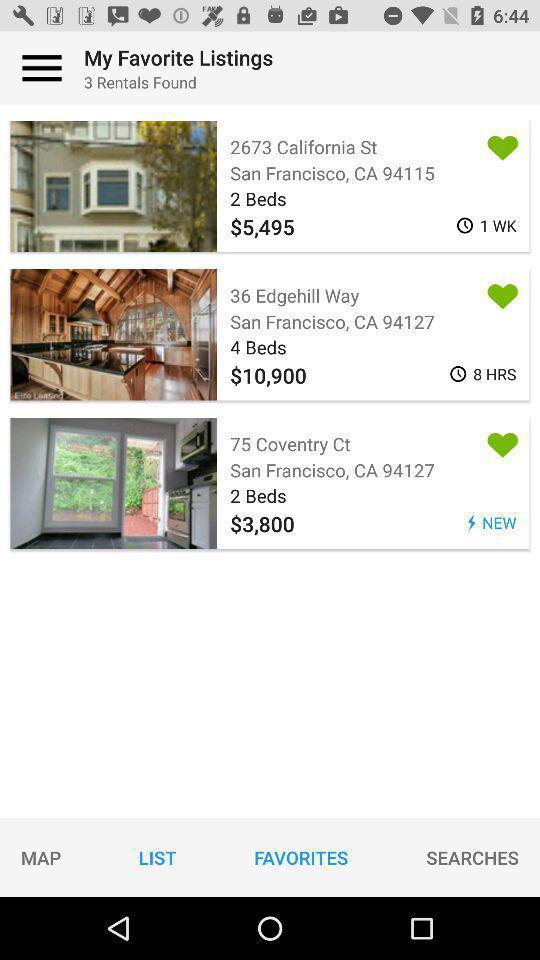 This screenshot has height=960, width=540. What do you see at coordinates (156, 856) in the screenshot?
I see `item to the left of favorites icon` at bounding box center [156, 856].